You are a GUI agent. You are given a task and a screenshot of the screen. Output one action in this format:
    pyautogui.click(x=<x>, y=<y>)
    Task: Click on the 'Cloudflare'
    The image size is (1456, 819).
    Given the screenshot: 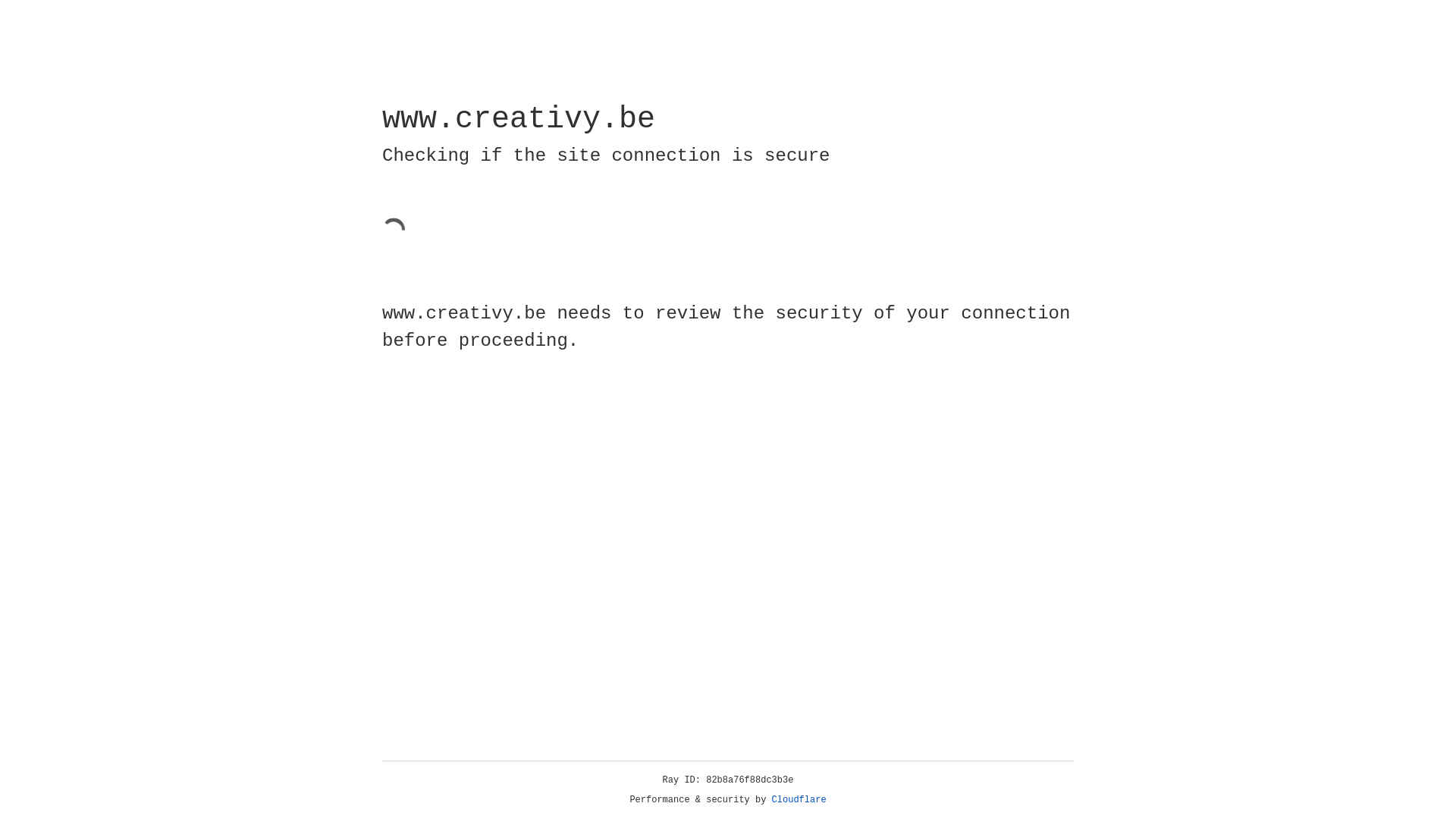 What is the action you would take?
    pyautogui.click(x=799, y=799)
    